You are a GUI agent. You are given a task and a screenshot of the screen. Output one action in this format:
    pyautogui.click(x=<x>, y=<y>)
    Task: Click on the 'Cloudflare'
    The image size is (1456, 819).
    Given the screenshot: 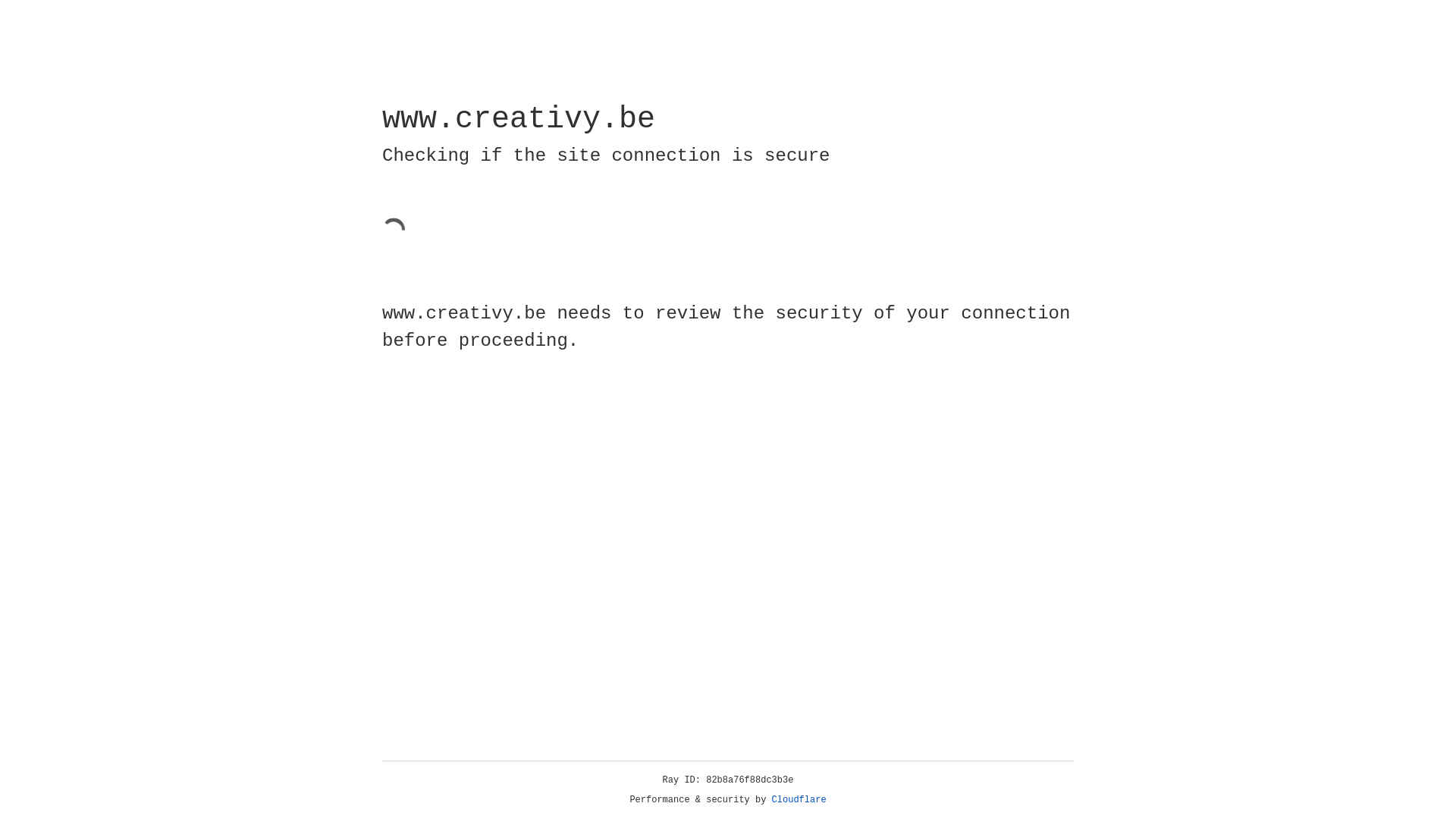 What is the action you would take?
    pyautogui.click(x=799, y=799)
    